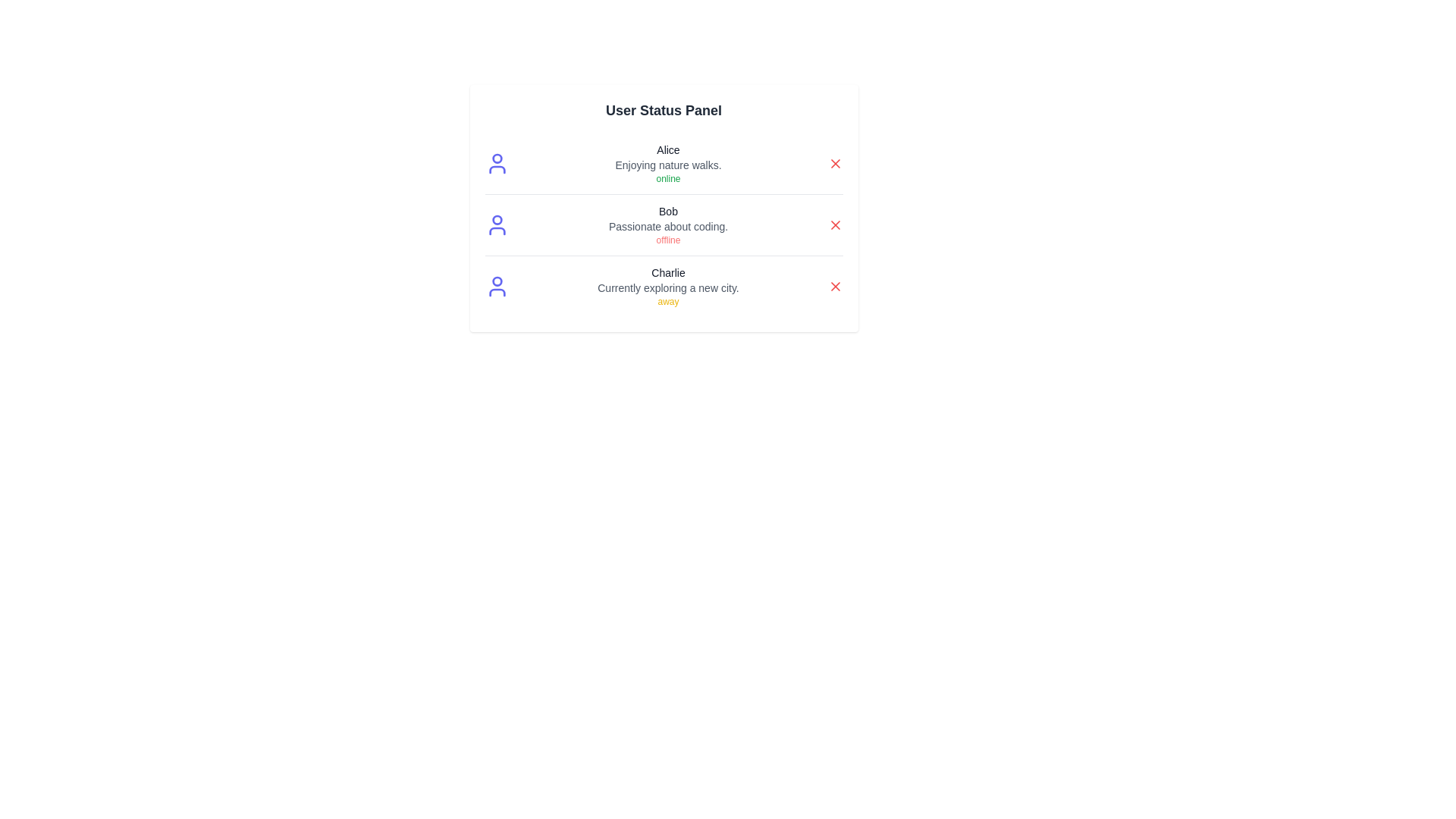 The width and height of the screenshot is (1456, 819). What do you see at coordinates (667, 177) in the screenshot?
I see `text label 'online' which is styled in a small green font and is located below the description 'Enjoying nature walks' associated with the user 'Alice'` at bounding box center [667, 177].